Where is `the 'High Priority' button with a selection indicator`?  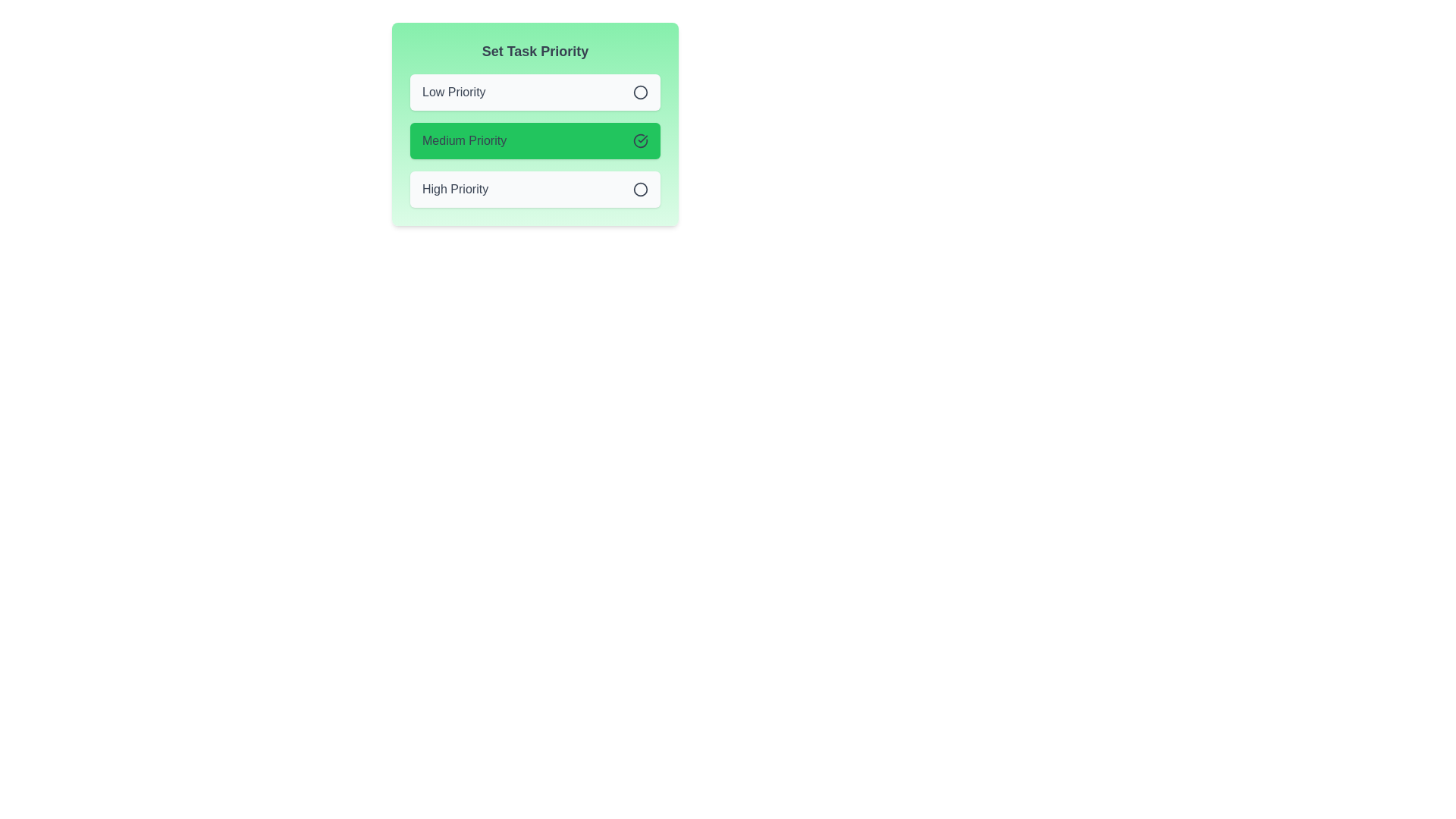 the 'High Priority' button with a selection indicator is located at coordinates (535, 189).